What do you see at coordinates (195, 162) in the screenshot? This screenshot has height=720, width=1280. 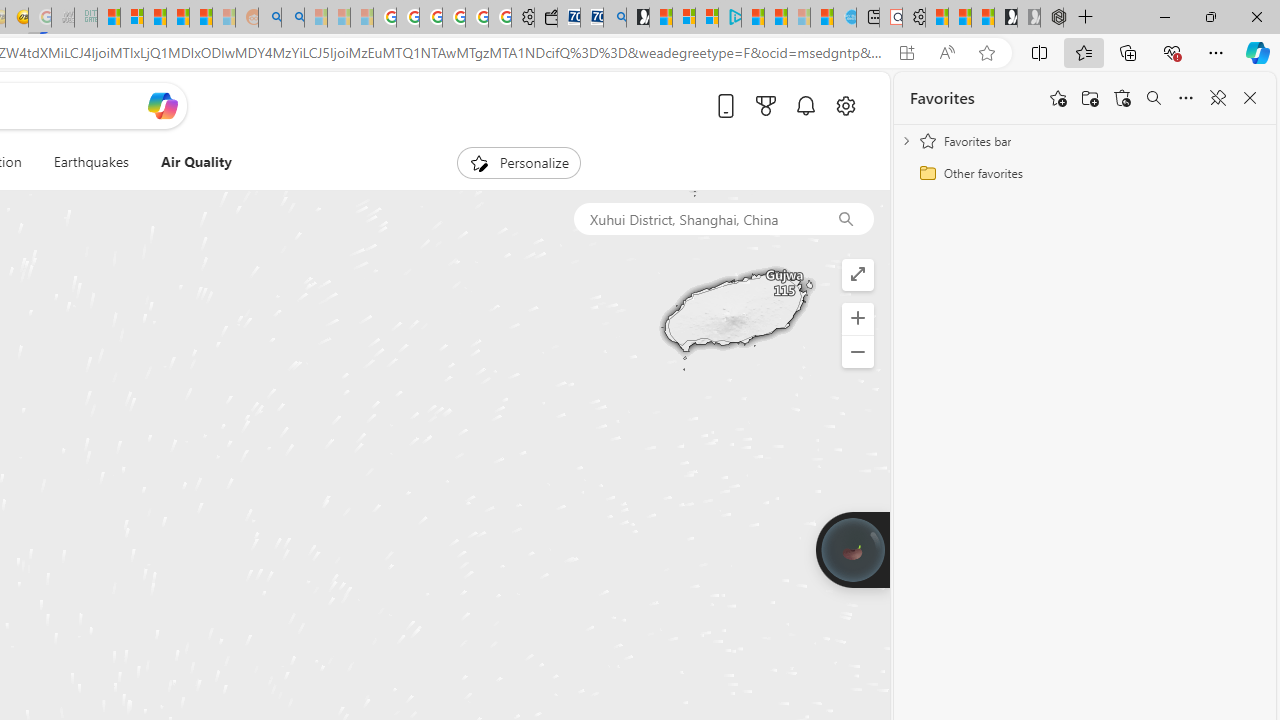 I see `'Air Quality'` at bounding box center [195, 162].